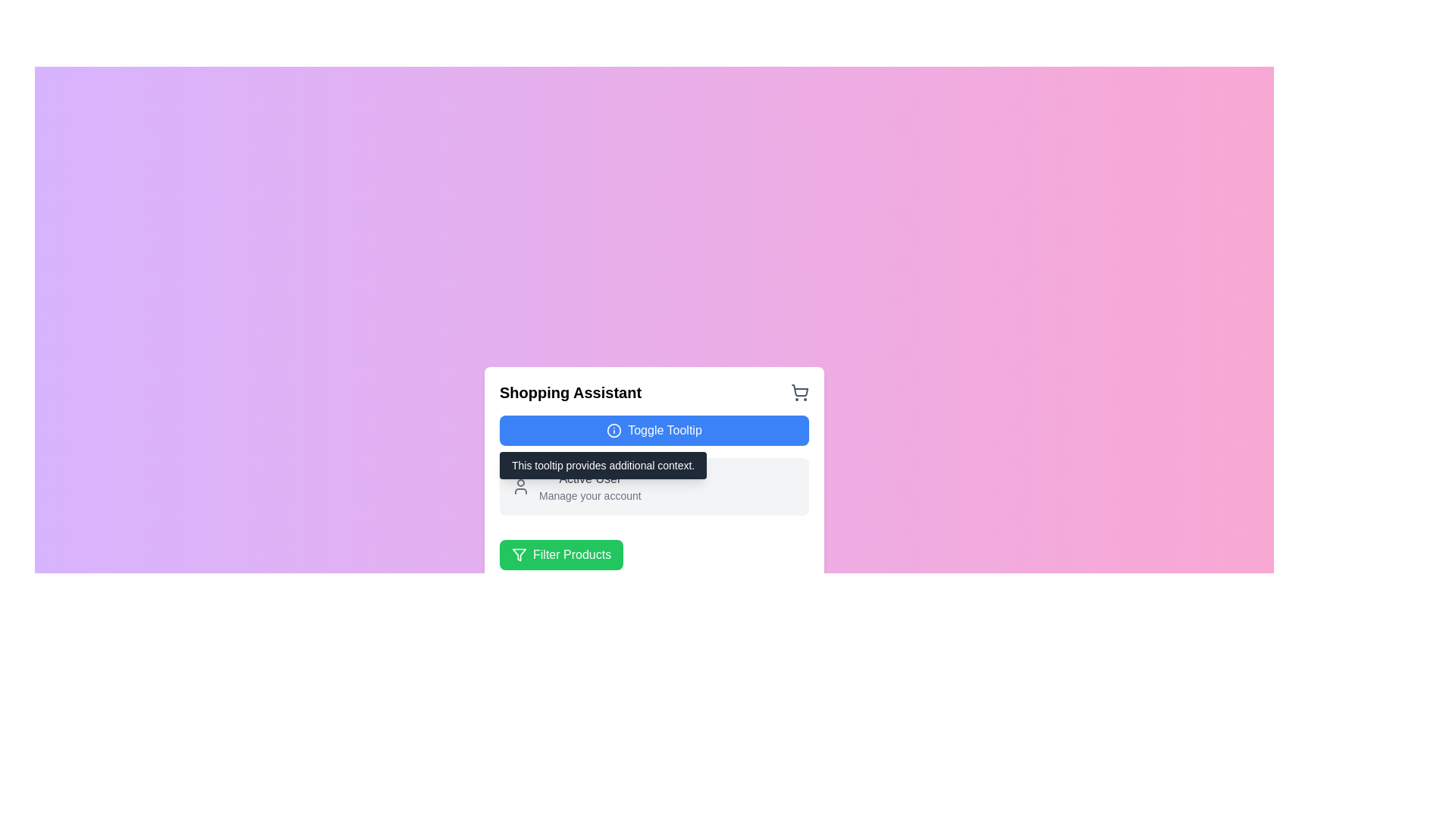 The image size is (1456, 819). What do you see at coordinates (799, 390) in the screenshot?
I see `the shopping cart icon located at the top-right corner of the interface, adjacent to the 'Shopping Assistant' header text` at bounding box center [799, 390].